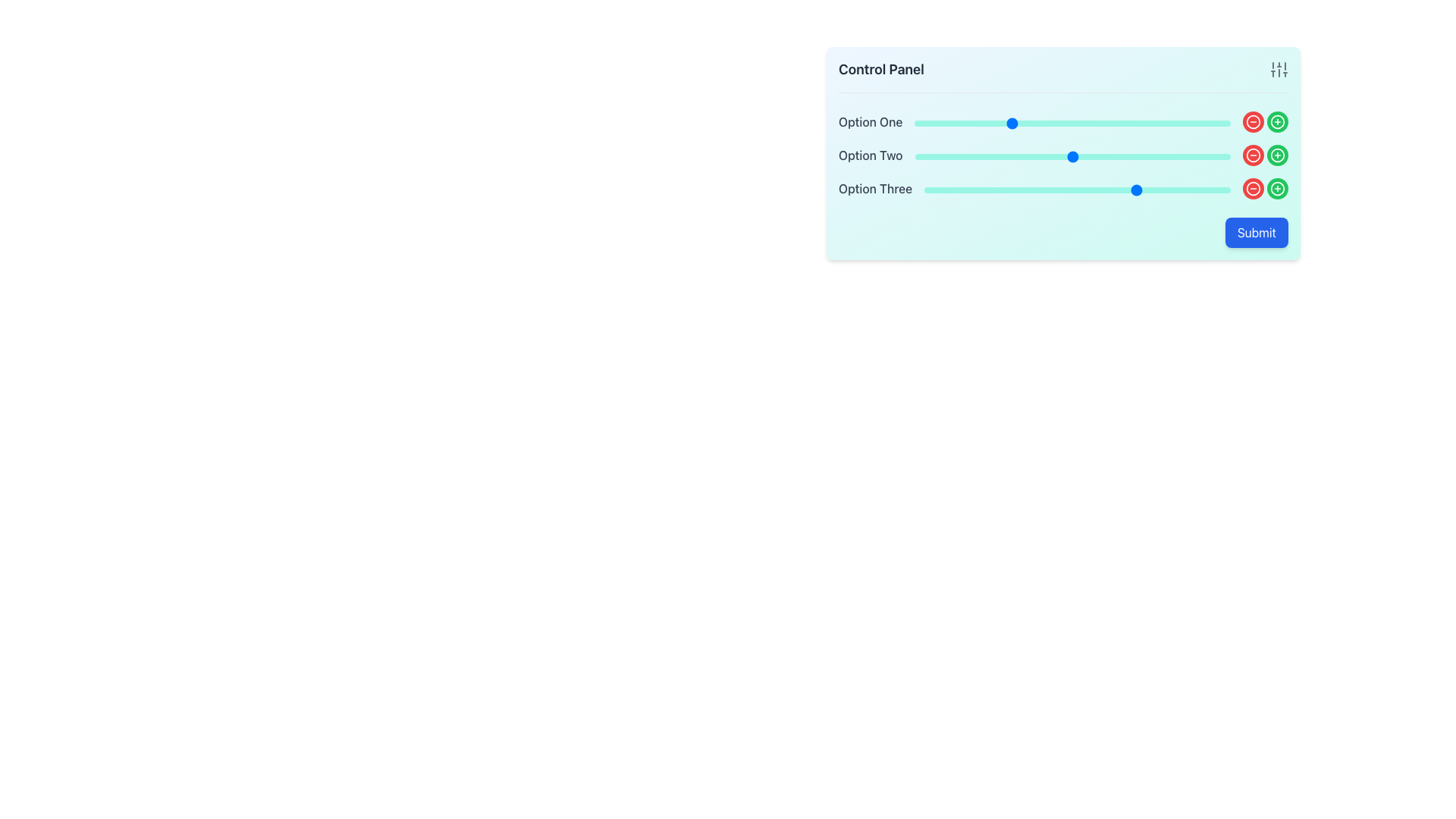 The height and width of the screenshot is (819, 1456). What do you see at coordinates (1278, 70) in the screenshot?
I see `the gray vertical sliders control icon located in the top-right corner of the 'Control Panel' section` at bounding box center [1278, 70].